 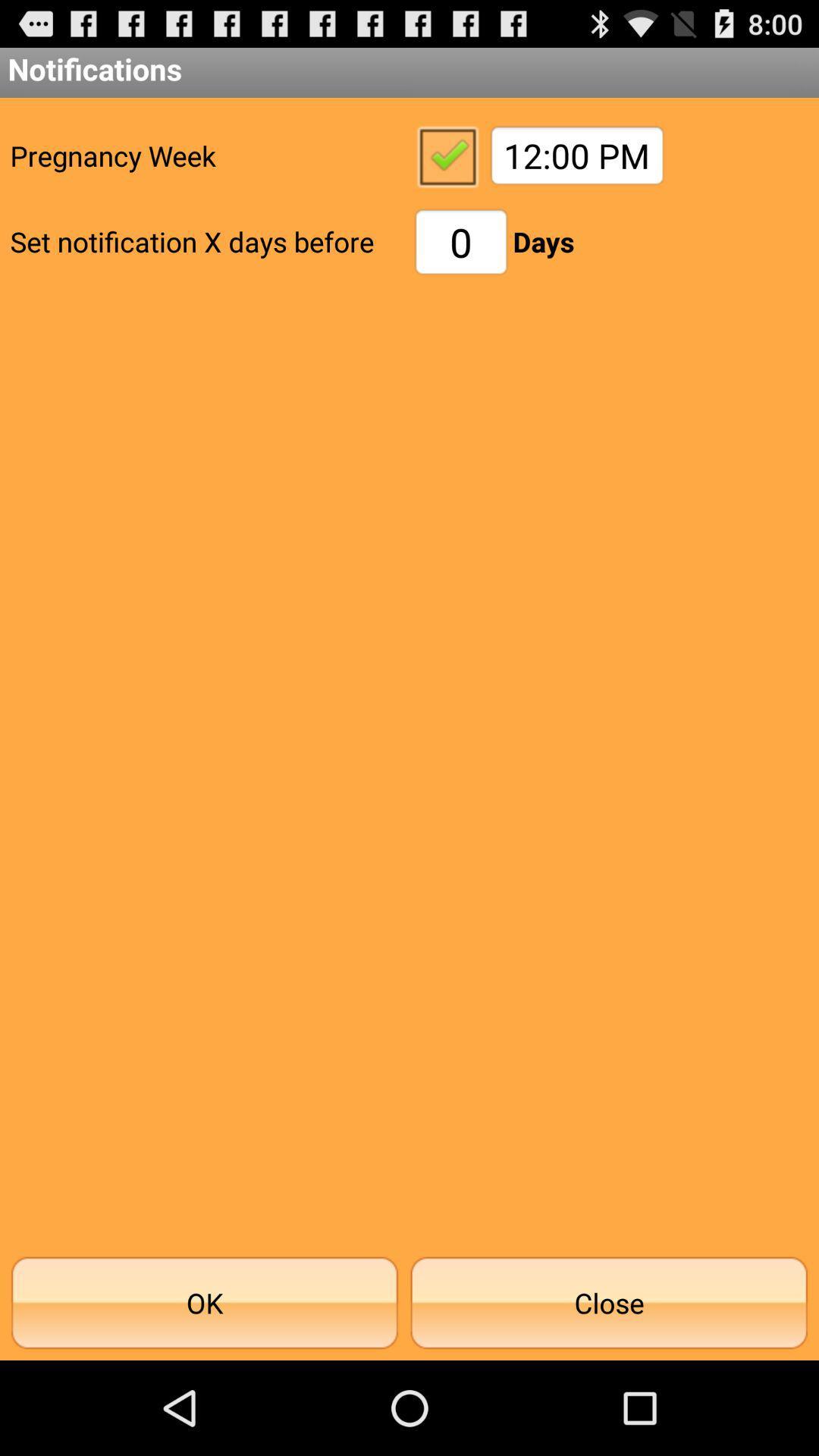 I want to click on the app next to 12:00 pm icon, so click(x=446, y=155).